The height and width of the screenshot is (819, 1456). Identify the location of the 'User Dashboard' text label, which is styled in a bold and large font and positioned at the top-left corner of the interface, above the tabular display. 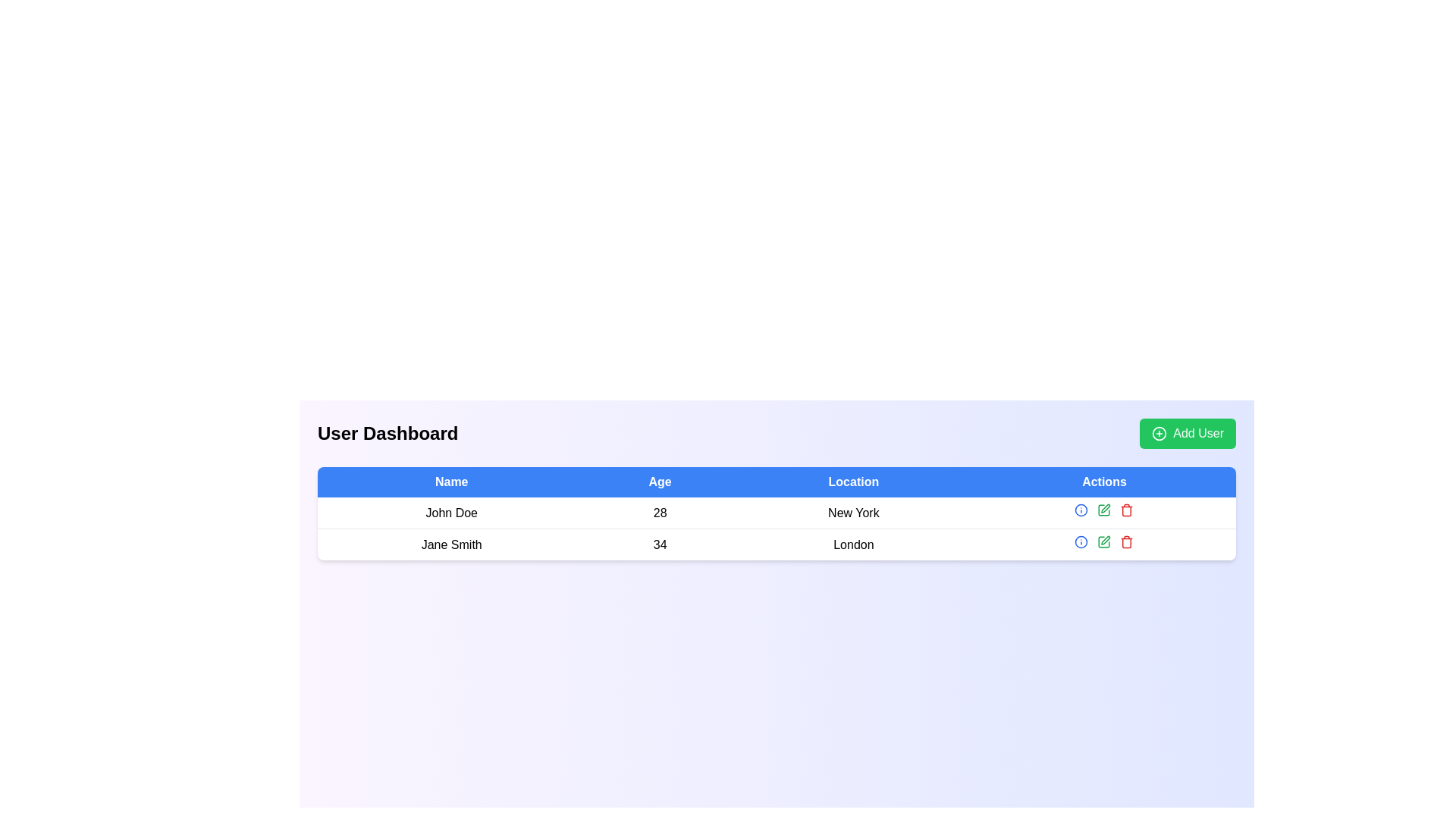
(388, 433).